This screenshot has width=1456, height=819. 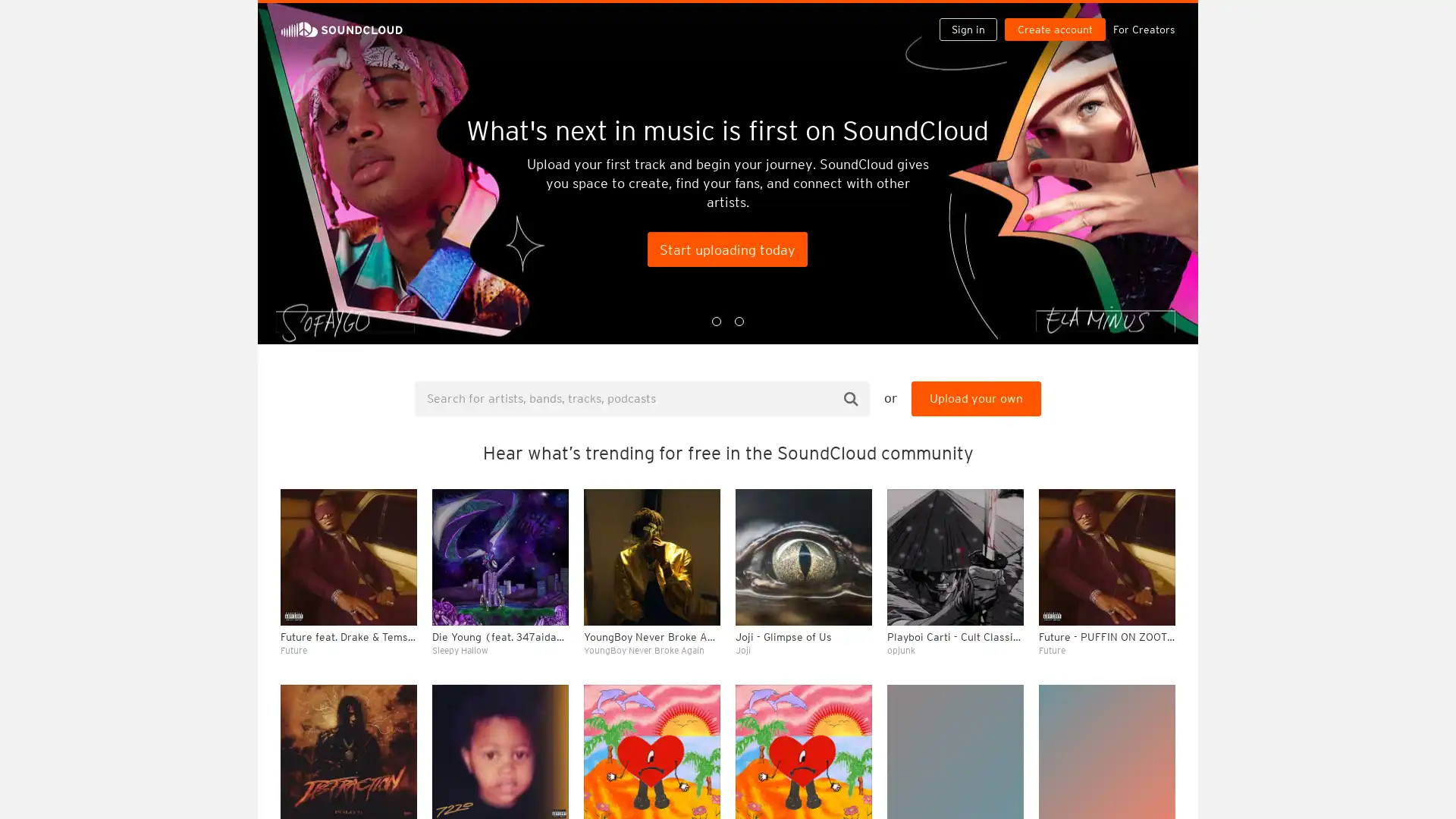 I want to click on Clear, so click(x=1124, y=414).